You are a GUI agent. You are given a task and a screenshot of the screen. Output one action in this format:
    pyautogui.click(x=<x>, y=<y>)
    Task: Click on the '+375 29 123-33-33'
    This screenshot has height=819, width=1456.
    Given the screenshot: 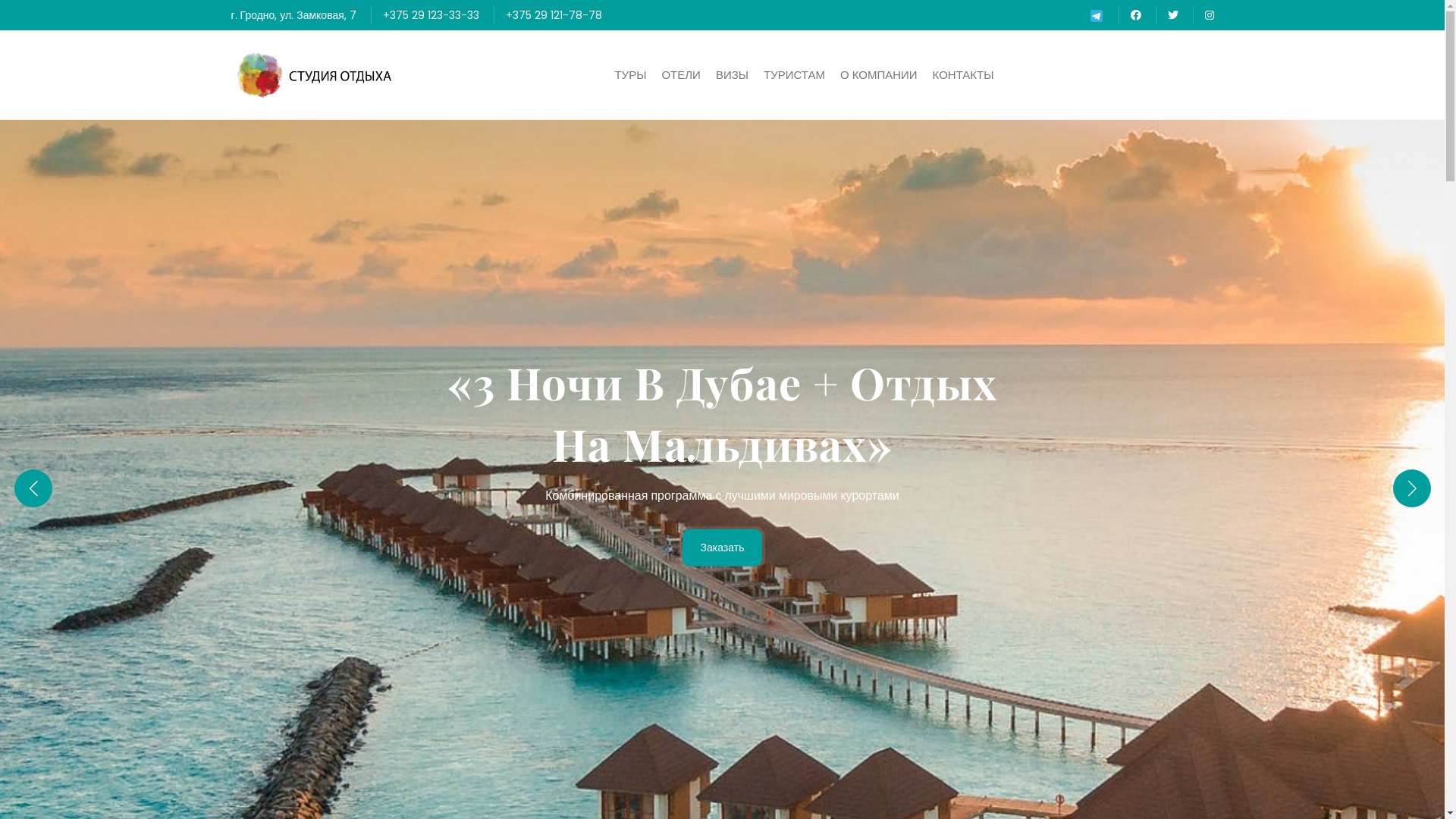 What is the action you would take?
    pyautogui.click(x=382, y=14)
    